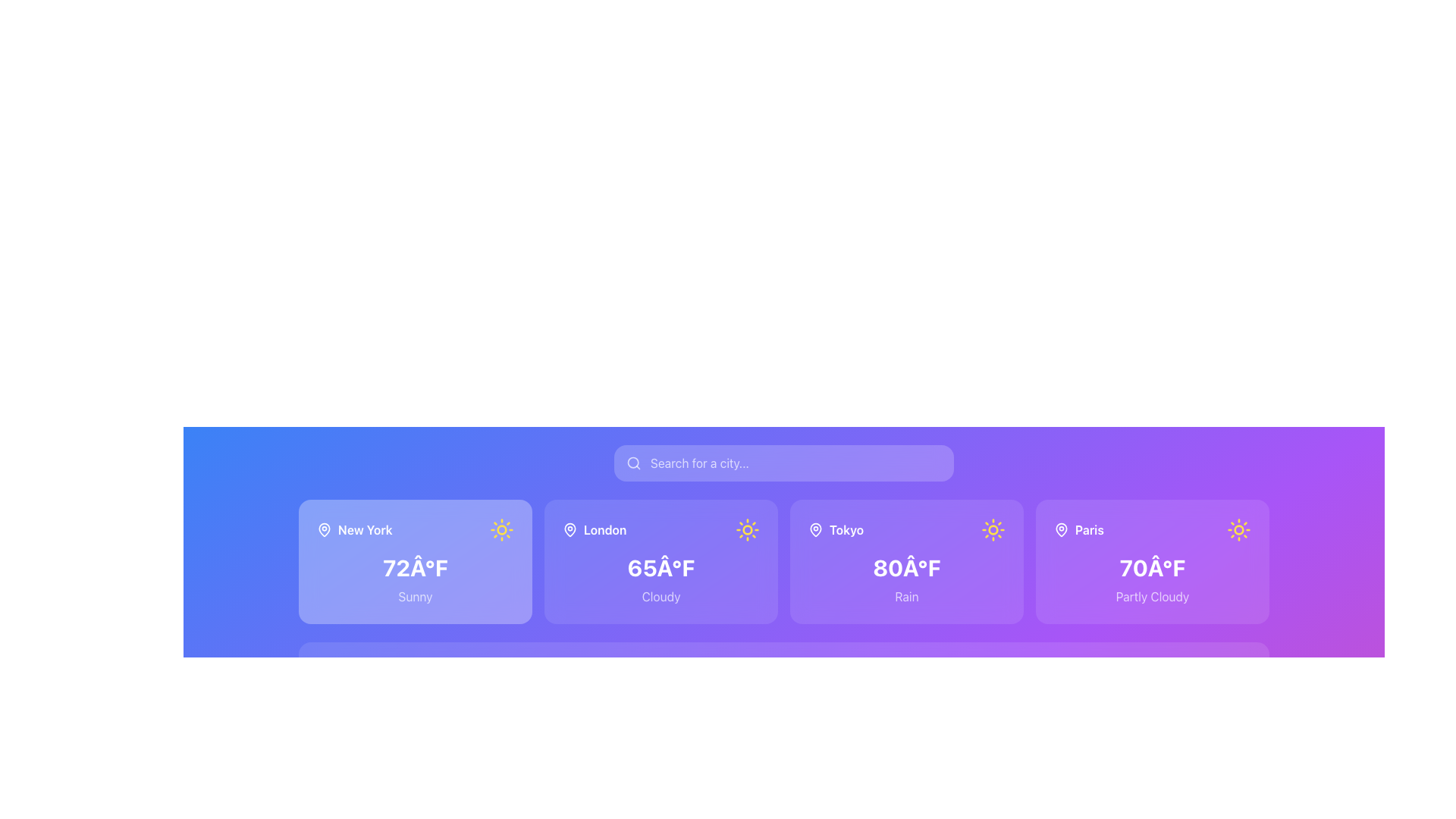 Image resolution: width=1456 pixels, height=819 pixels. Describe the element at coordinates (814, 529) in the screenshot. I see `the map pin icon representing Tokyo, which is displayed with a white fill and purple background, adjacent to the text 'Tokyo'` at that location.